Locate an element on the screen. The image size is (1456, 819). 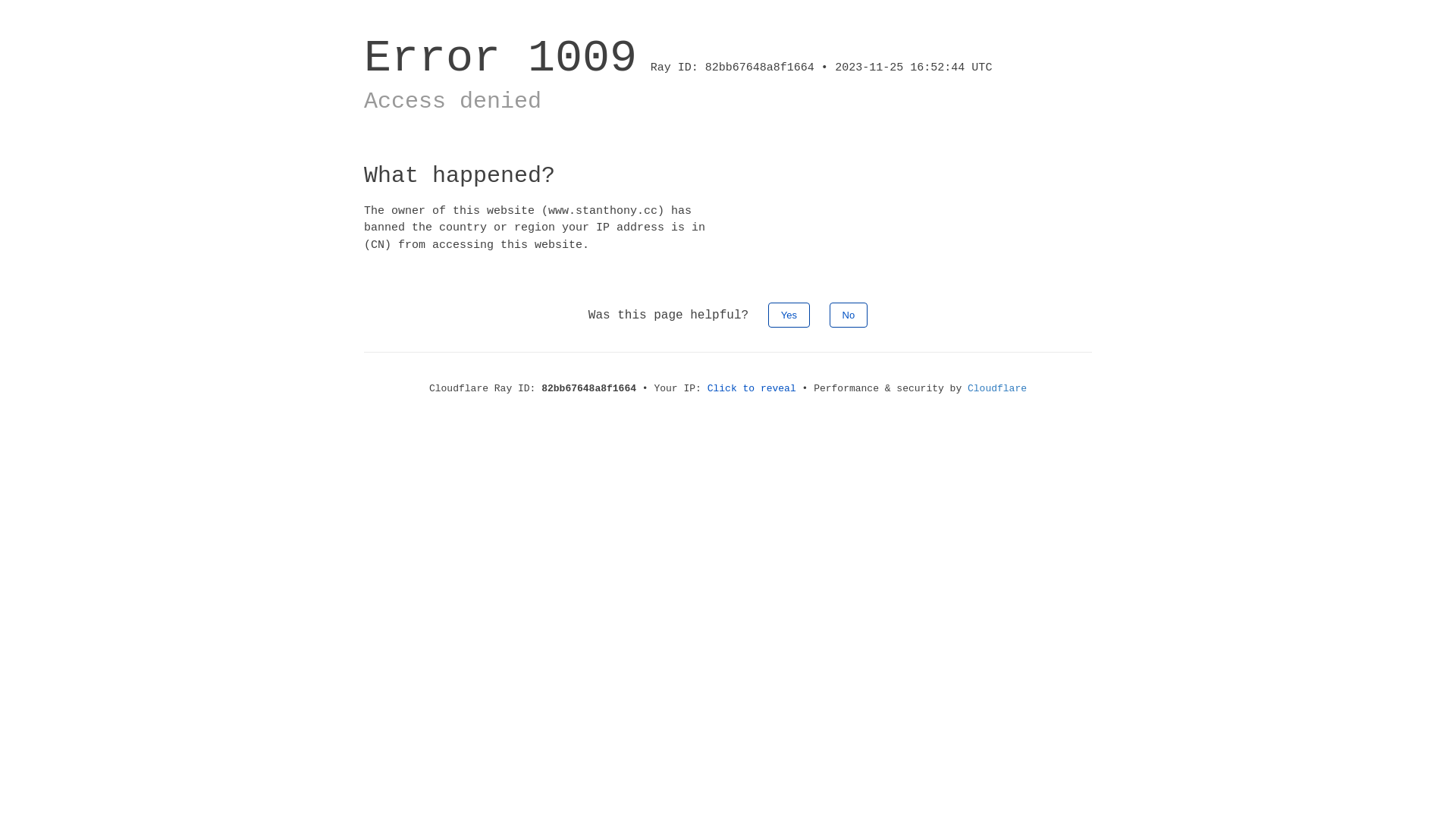
'Yes' is located at coordinates (789, 314).